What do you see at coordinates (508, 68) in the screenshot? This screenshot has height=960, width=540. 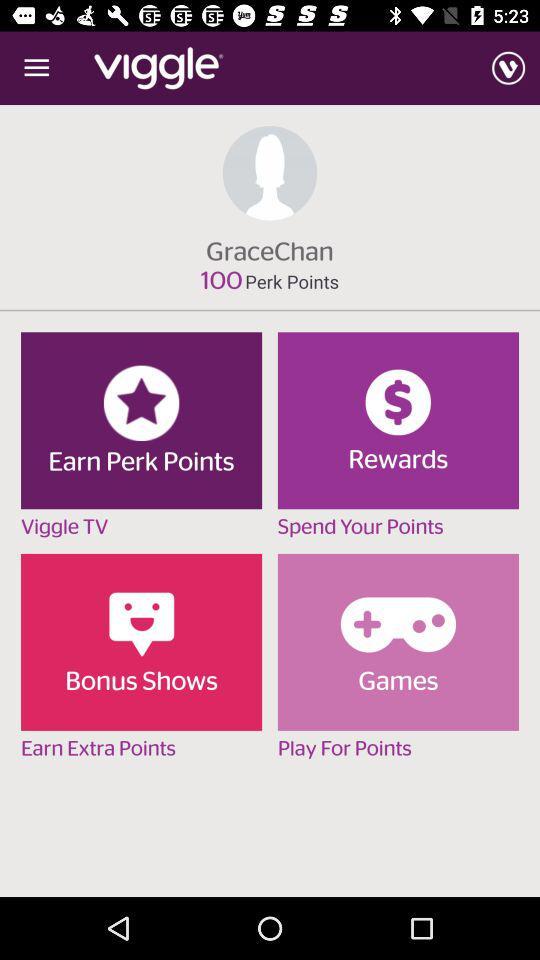 I see `item at the top right corner` at bounding box center [508, 68].